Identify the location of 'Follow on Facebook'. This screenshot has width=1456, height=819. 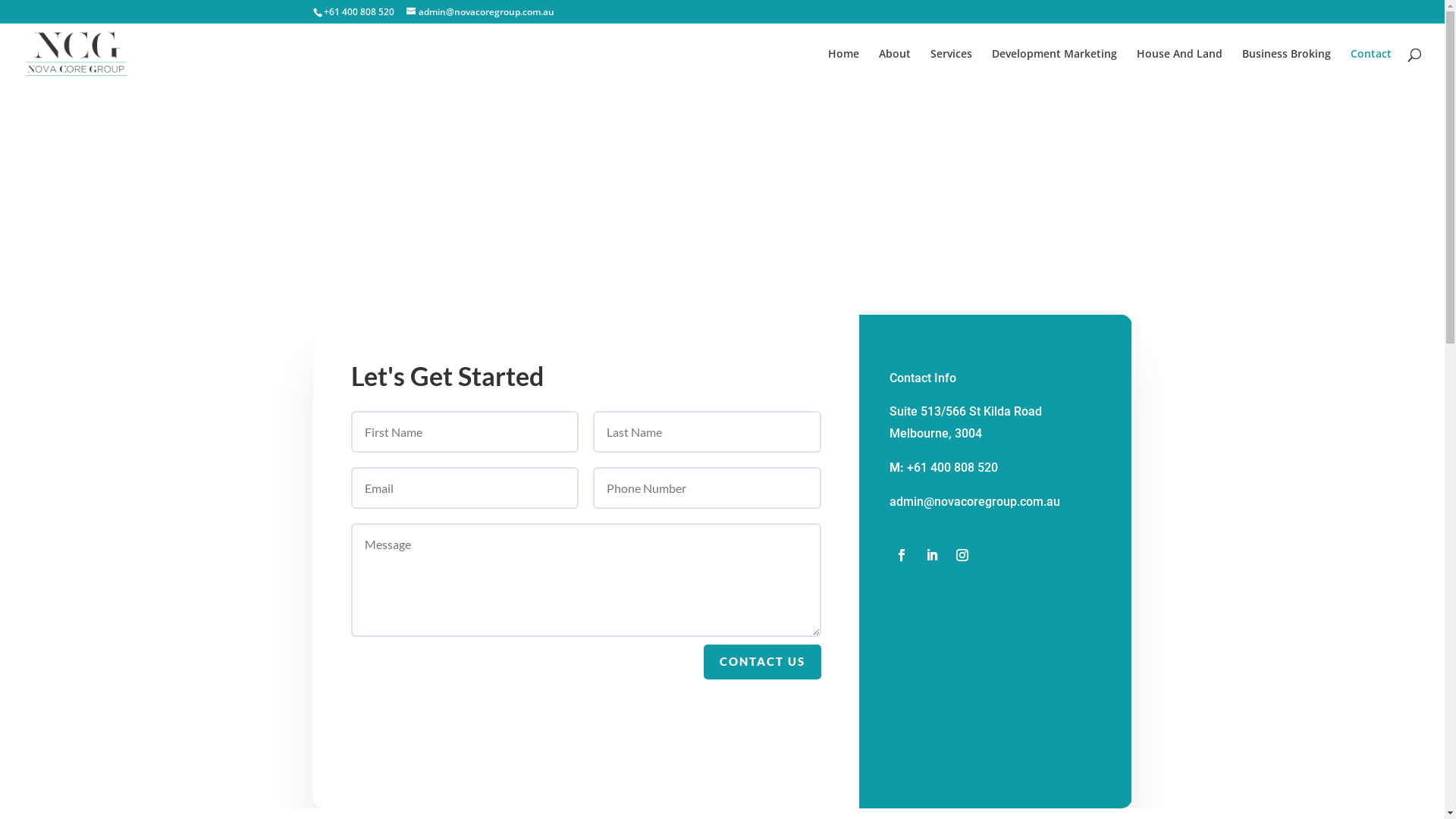
(901, 555).